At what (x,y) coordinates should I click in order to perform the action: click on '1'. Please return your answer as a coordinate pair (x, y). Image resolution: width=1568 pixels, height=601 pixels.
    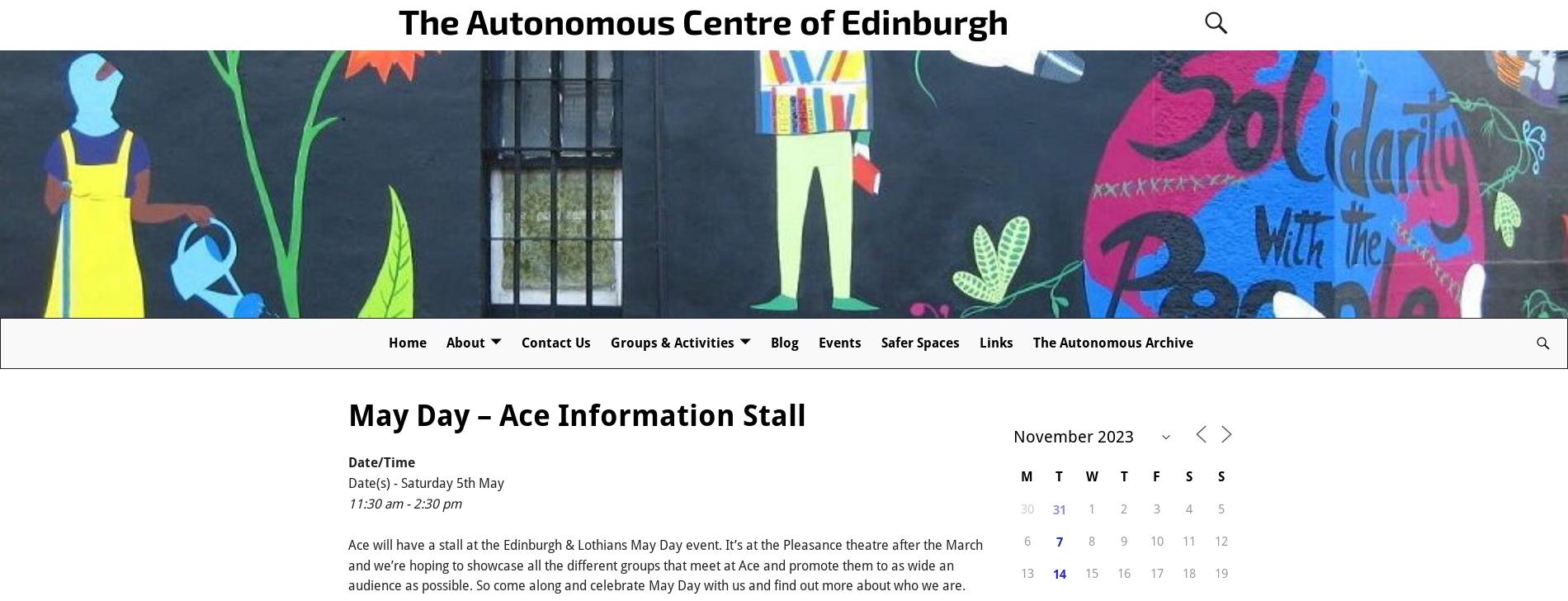
    Looking at the image, I should click on (1090, 509).